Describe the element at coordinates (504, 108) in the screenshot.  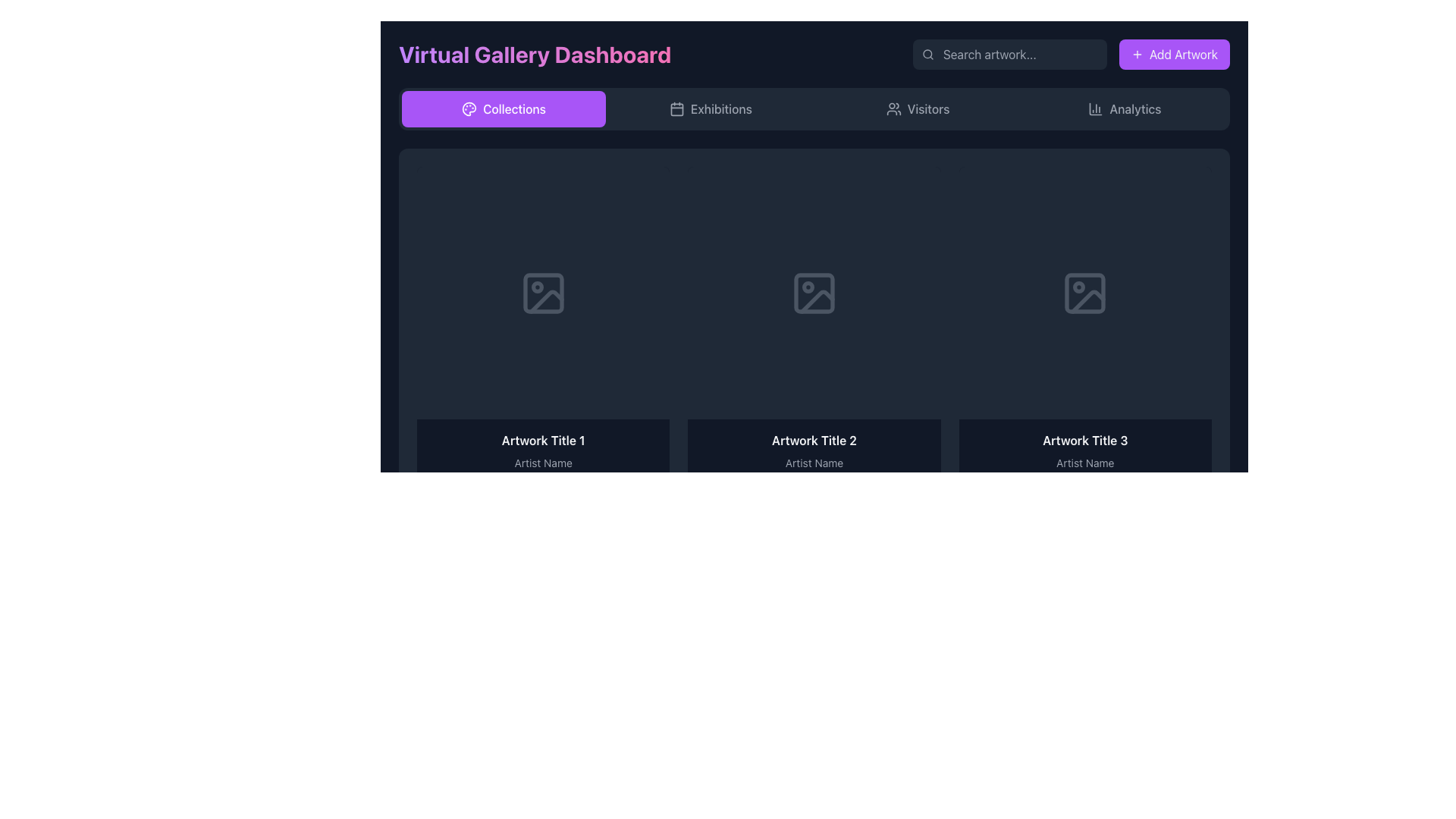
I see `the 'Collections' navigation button located` at that location.